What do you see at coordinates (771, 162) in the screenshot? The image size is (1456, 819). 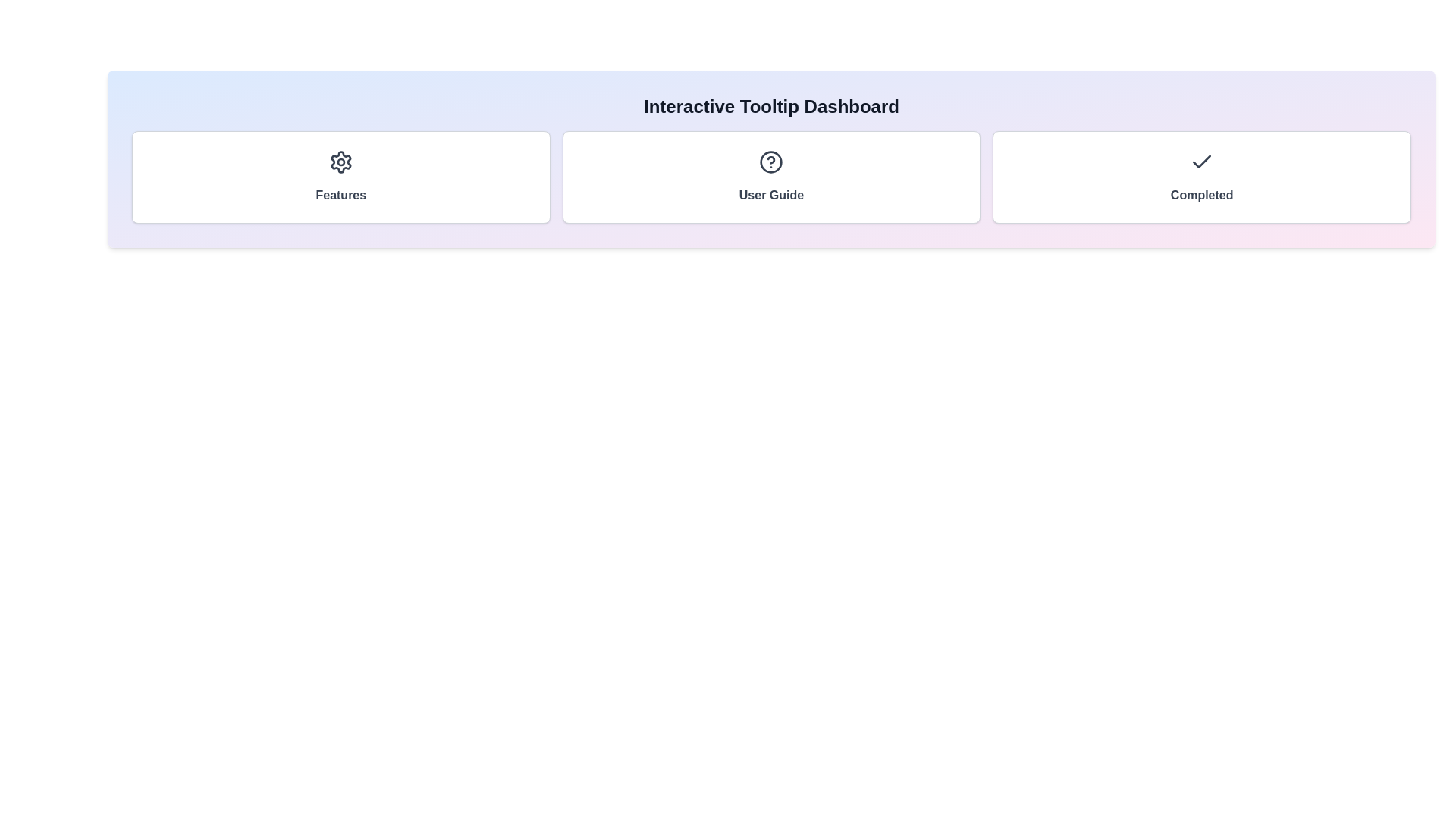 I see `the 'Help' or 'Information' icon located in the center of the 'User Guide' card` at bounding box center [771, 162].